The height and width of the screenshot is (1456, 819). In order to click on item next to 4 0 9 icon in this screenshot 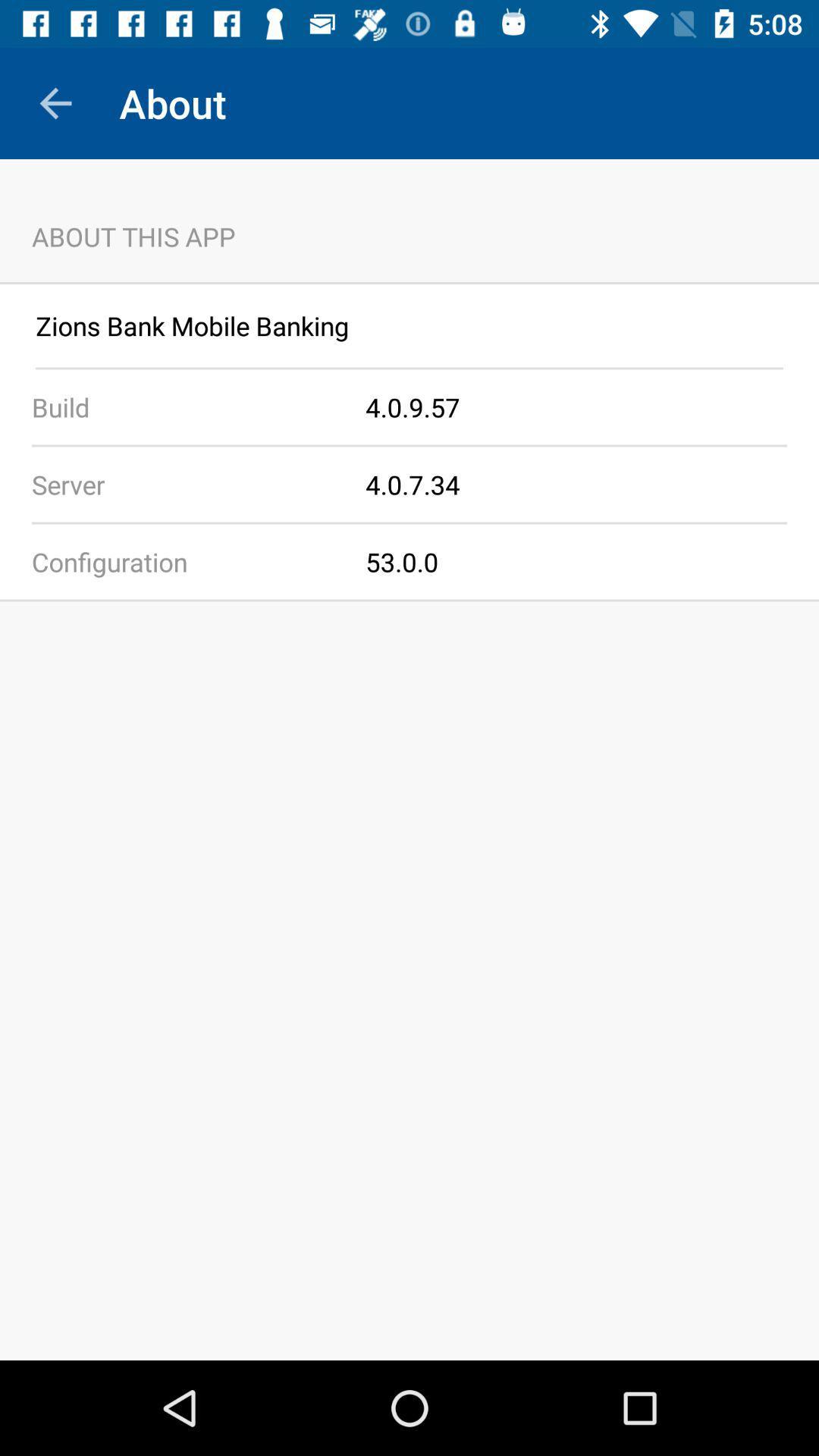, I will do `click(182, 407)`.